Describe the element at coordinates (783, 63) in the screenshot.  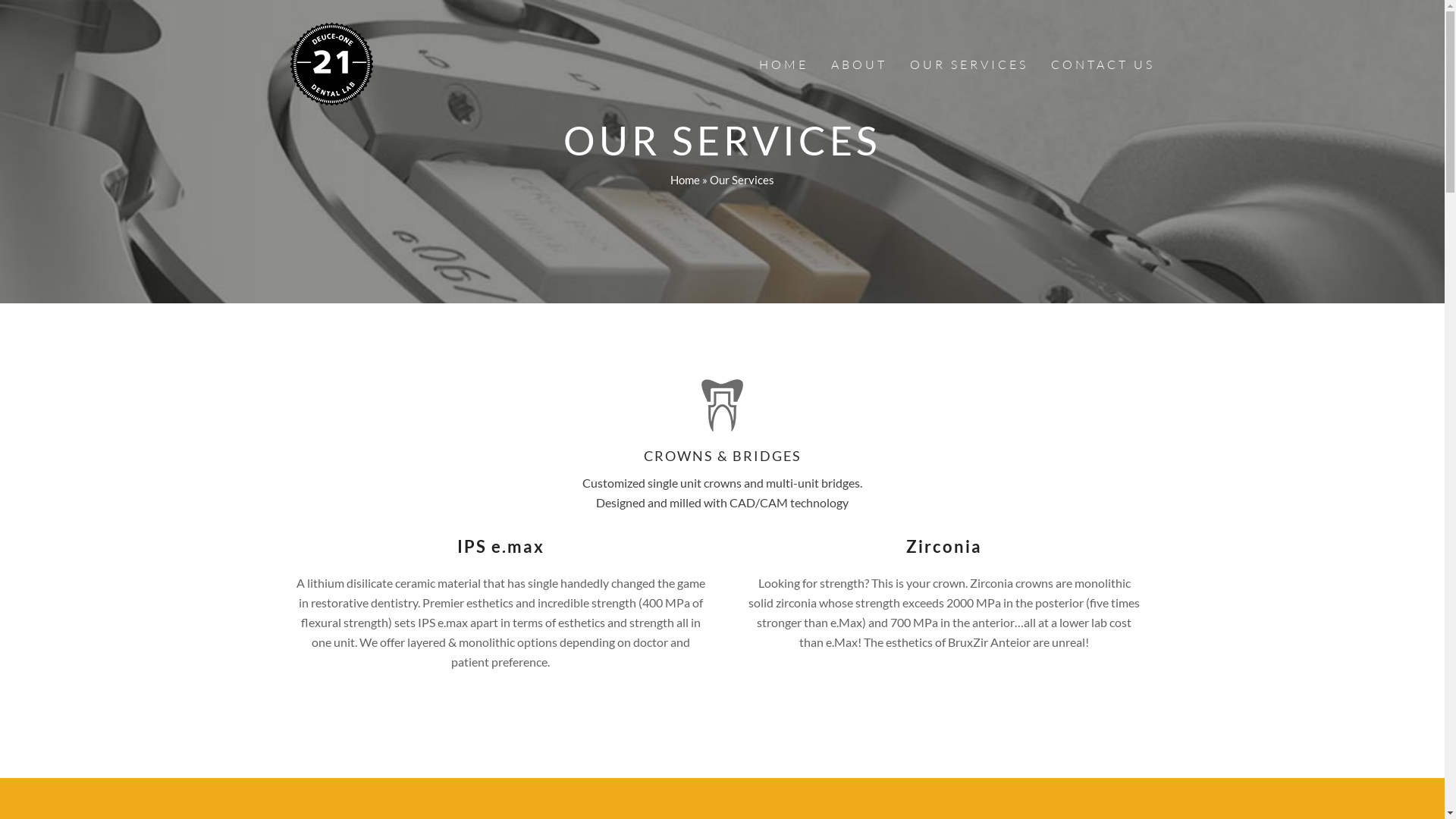
I see `'HOME'` at that location.